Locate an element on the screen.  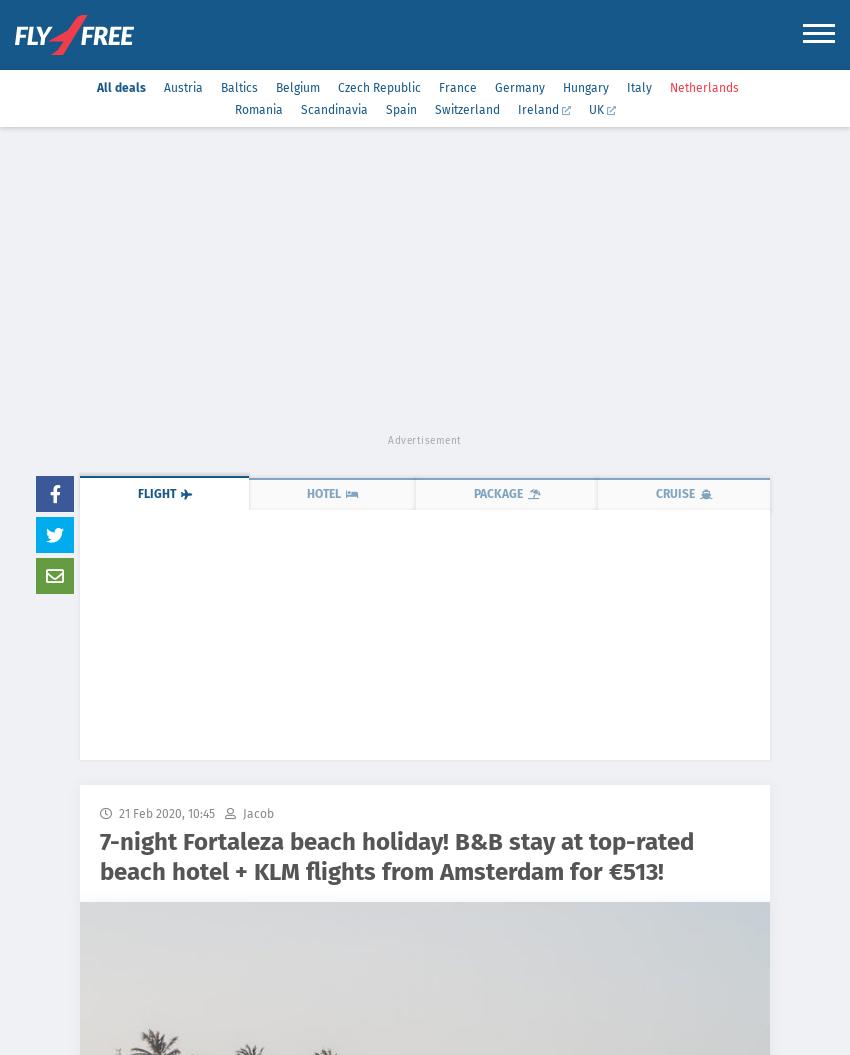
'Germany' is located at coordinates (518, 86).